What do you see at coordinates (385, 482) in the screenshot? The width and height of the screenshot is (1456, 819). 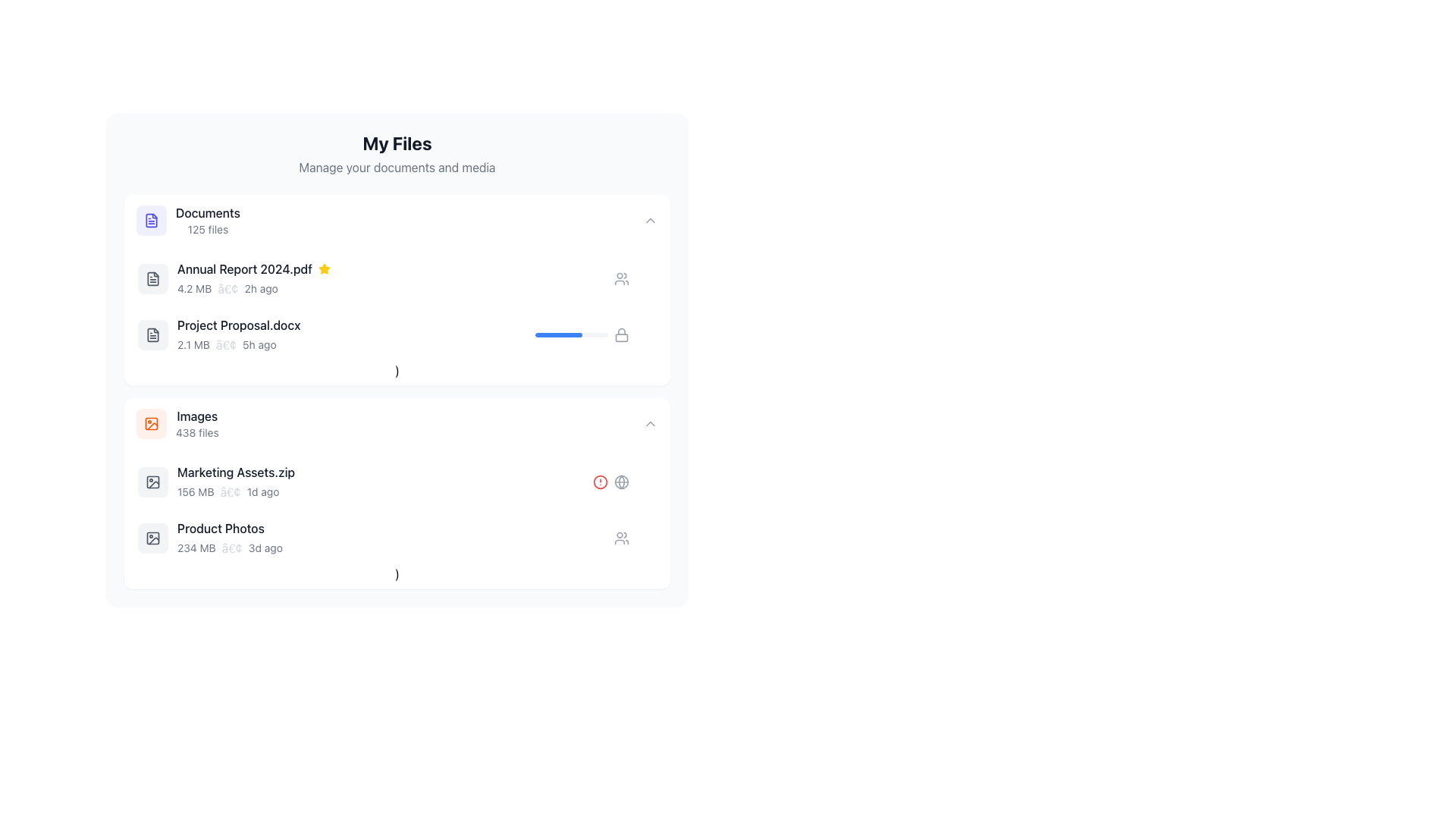 I see `the file item named 'Marketing Assets.zip'` at bounding box center [385, 482].